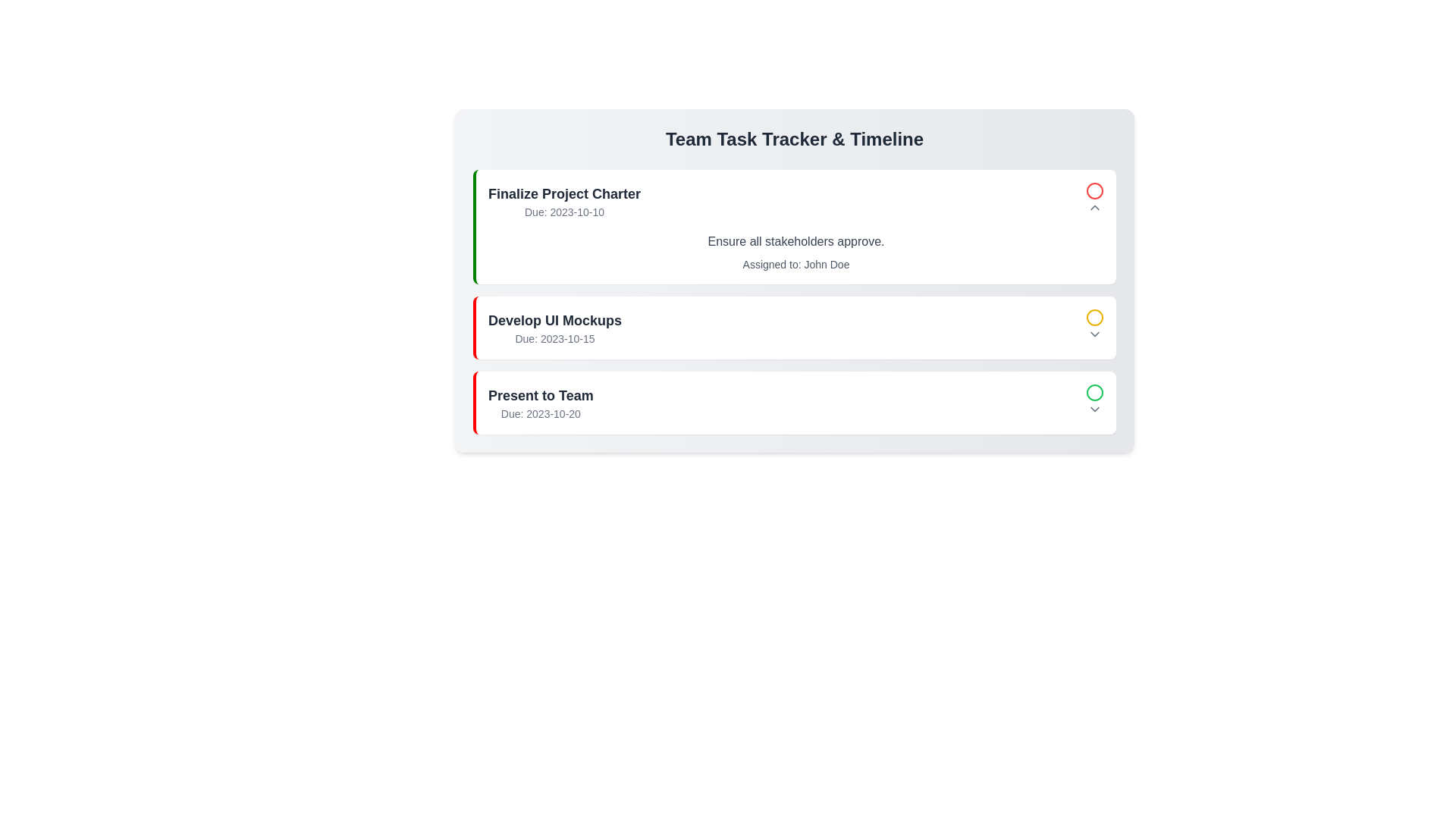  I want to click on the Text label that indicates the due date for the task 'Develop UI Mockups', located in the center panel below the task title in the task tracker interface, so click(554, 337).